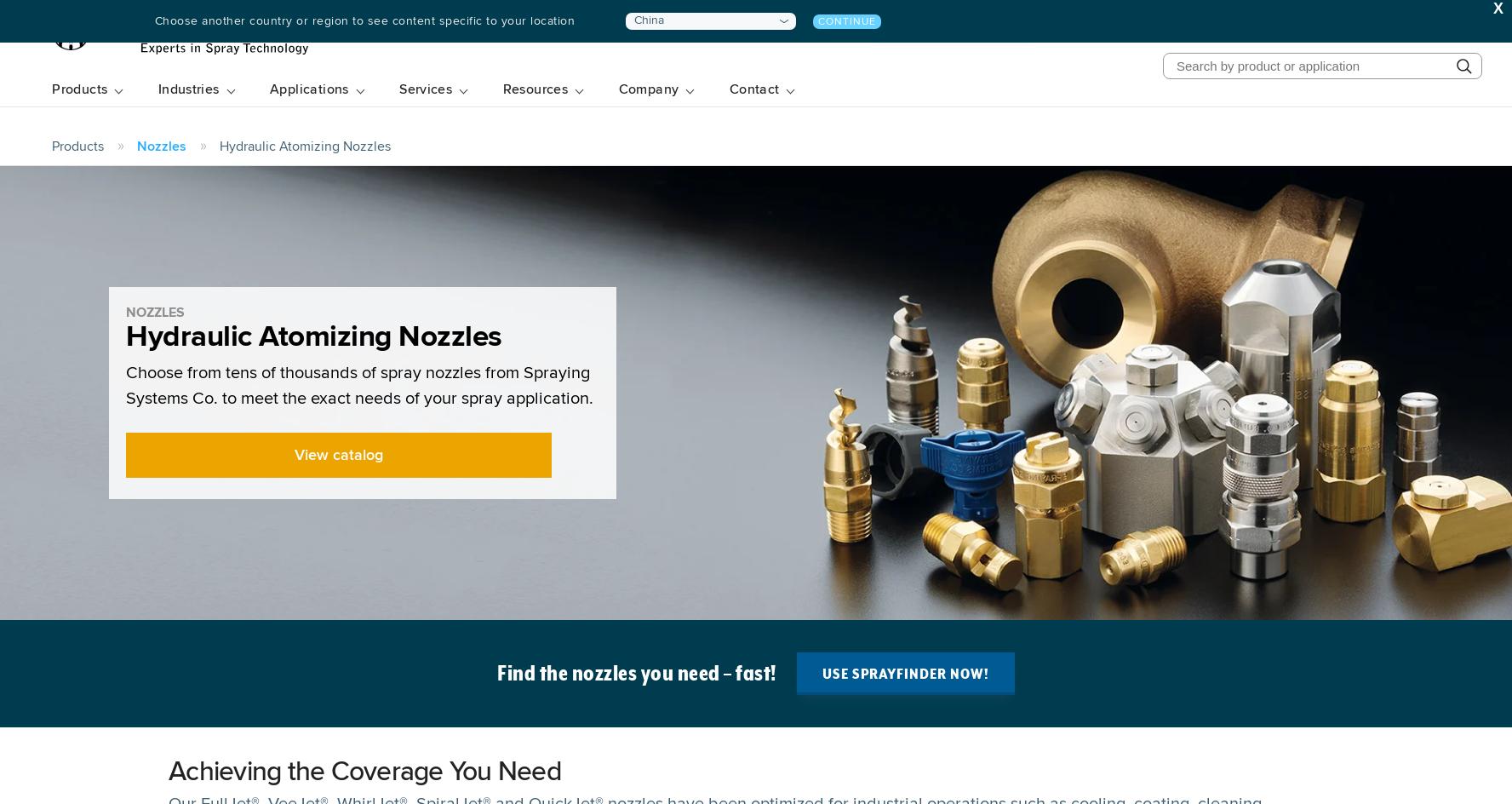 The height and width of the screenshot is (804, 1512). What do you see at coordinates (117, 356) in the screenshot?
I see `'Automated Spray Systems'` at bounding box center [117, 356].